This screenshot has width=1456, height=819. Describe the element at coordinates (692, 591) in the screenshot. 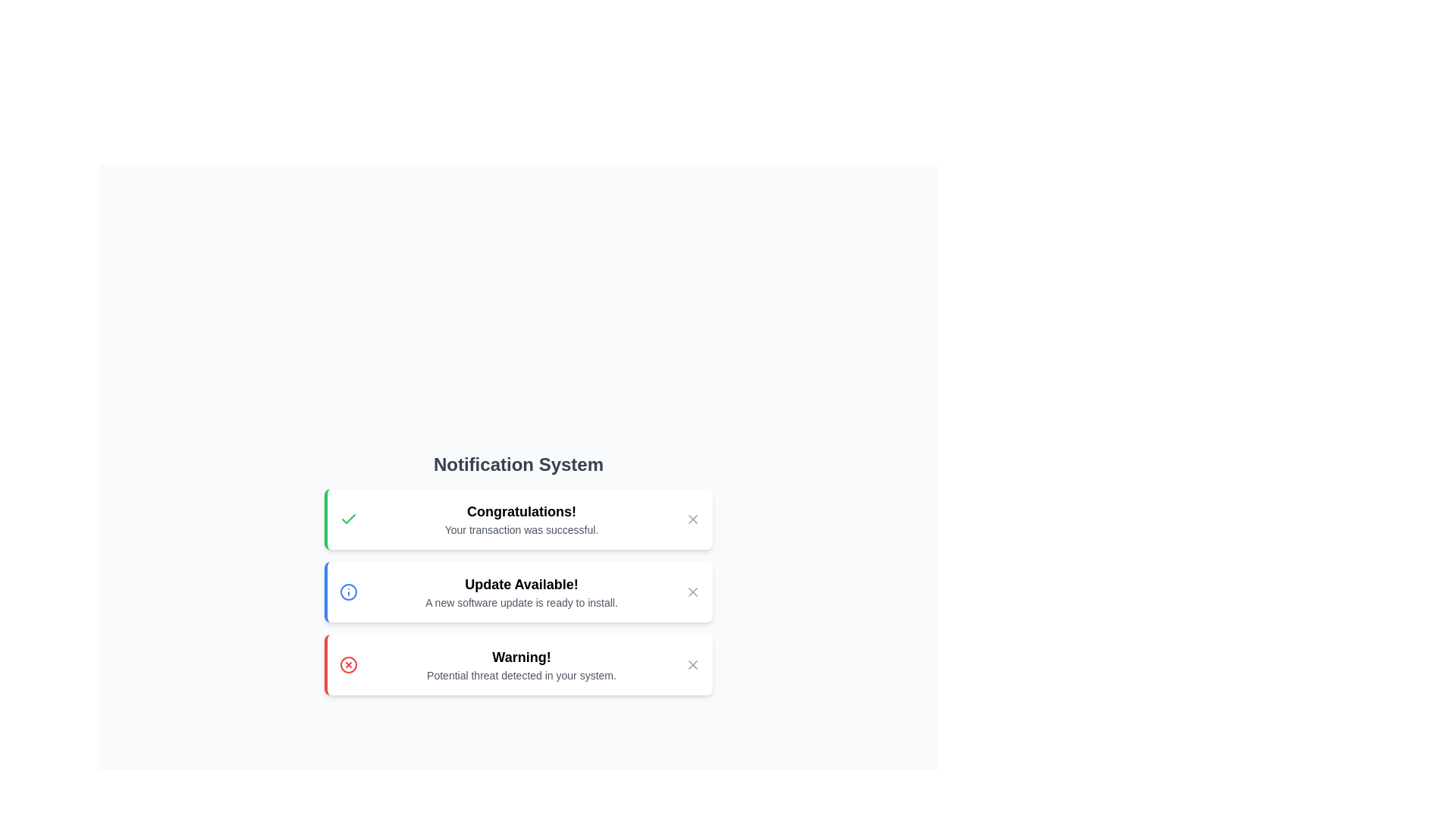

I see `the Close icon (SVG graphic) in the top-right corner of the 'Update Available!' notification box` at that location.